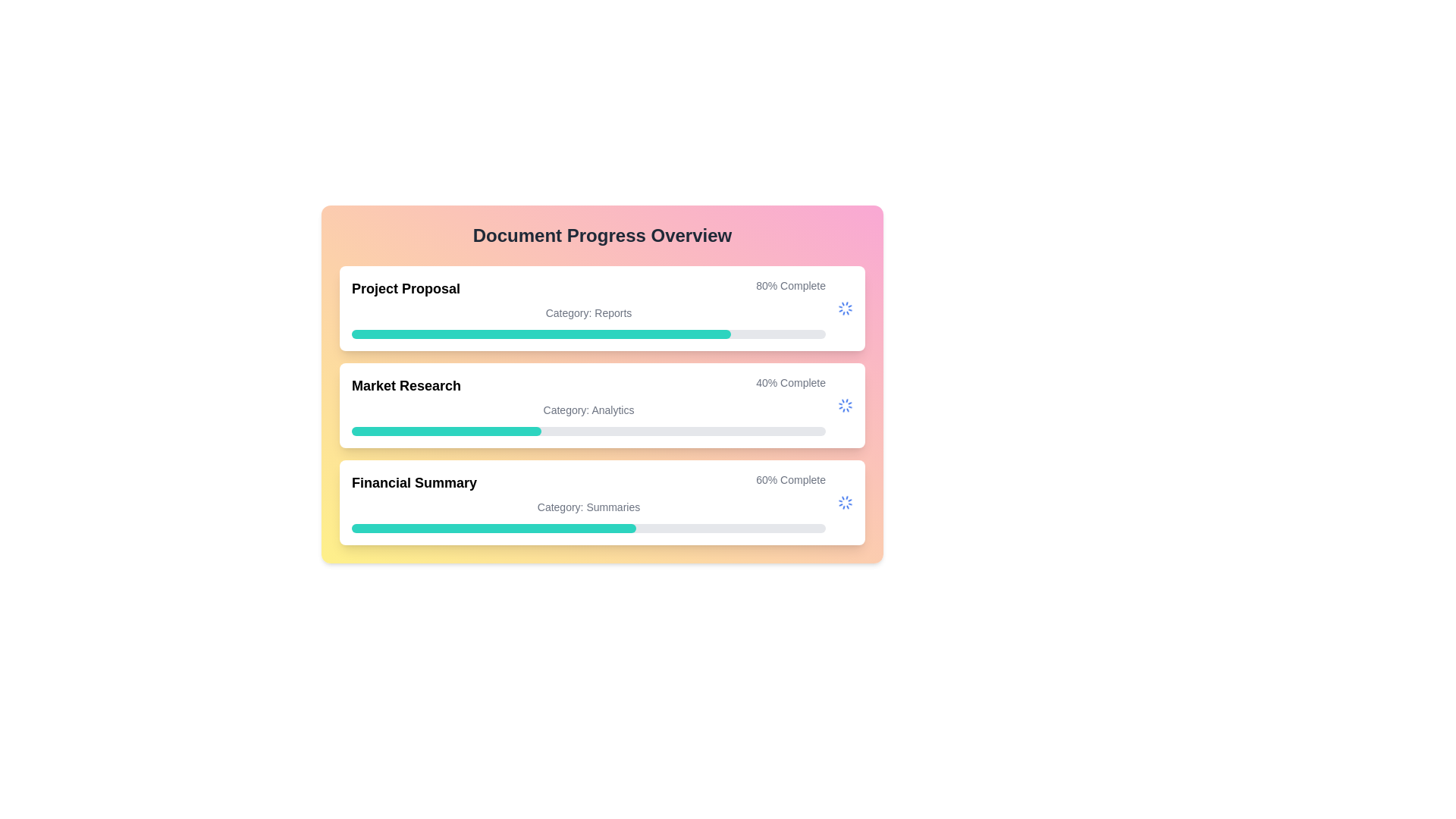  I want to click on the circular spinning blue icon located in the bottom-right corner of the 'Financial Summary' card, adjacent to the 60% progress bar, so click(844, 503).